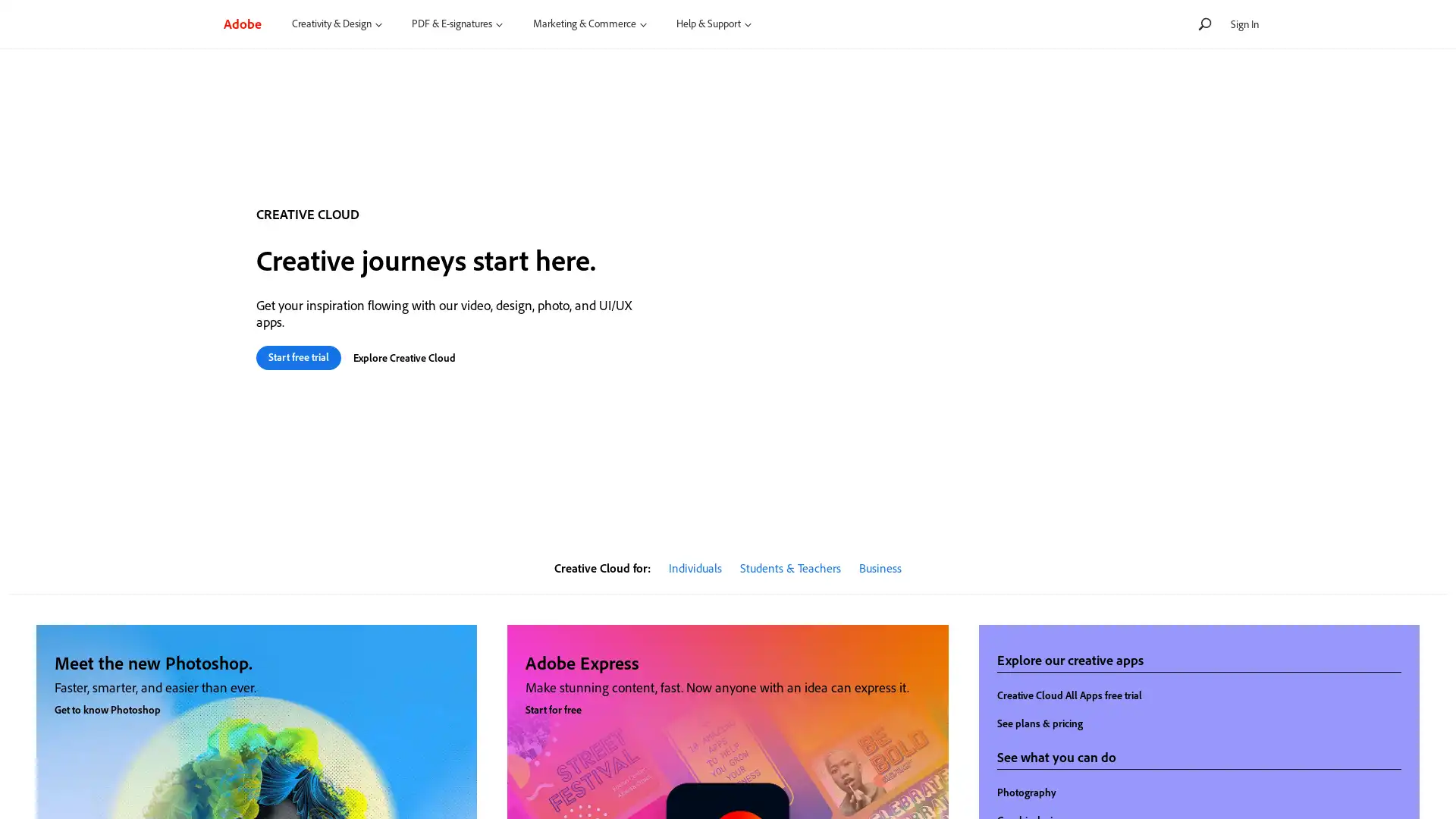 The image size is (1456, 819). Describe the element at coordinates (231, 775) in the screenshot. I see `Yes` at that location.